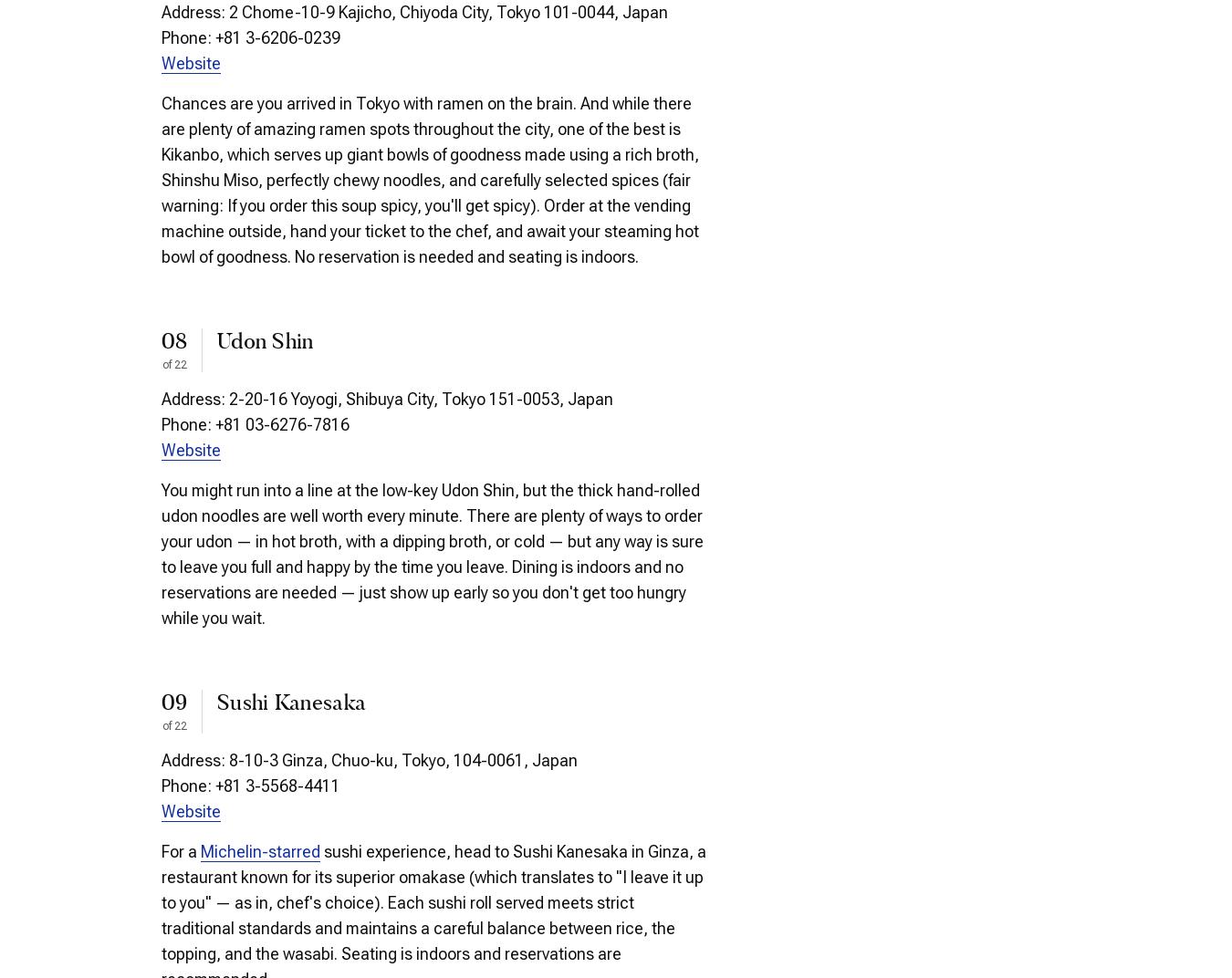  Describe the element at coordinates (370, 758) in the screenshot. I see `'Address: 8-10-3 Ginza, Chuo-ku, Tokyo, 104-0061, Japan'` at that location.